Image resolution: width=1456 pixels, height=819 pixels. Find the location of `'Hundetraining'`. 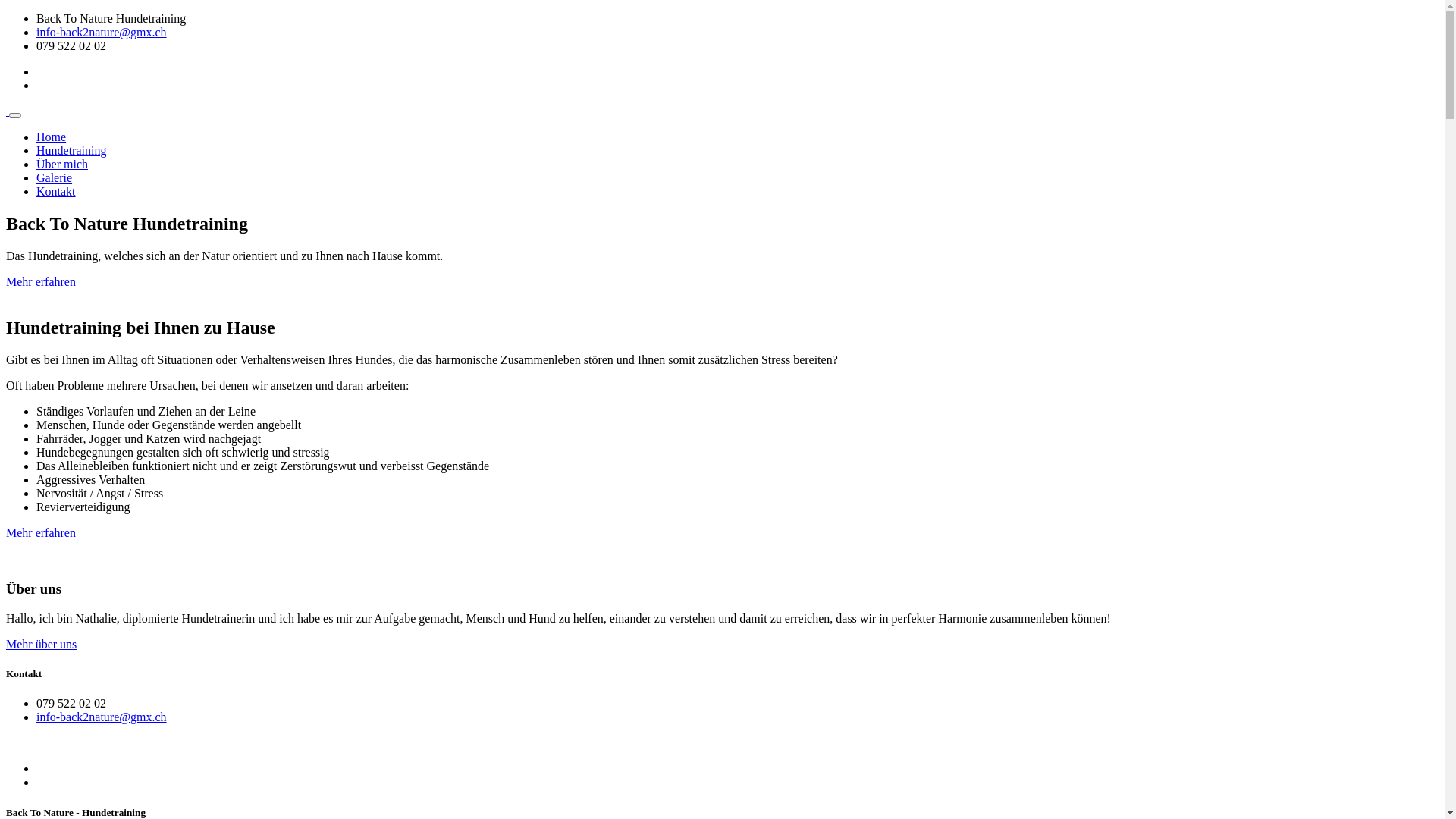

'Hundetraining' is located at coordinates (71, 150).